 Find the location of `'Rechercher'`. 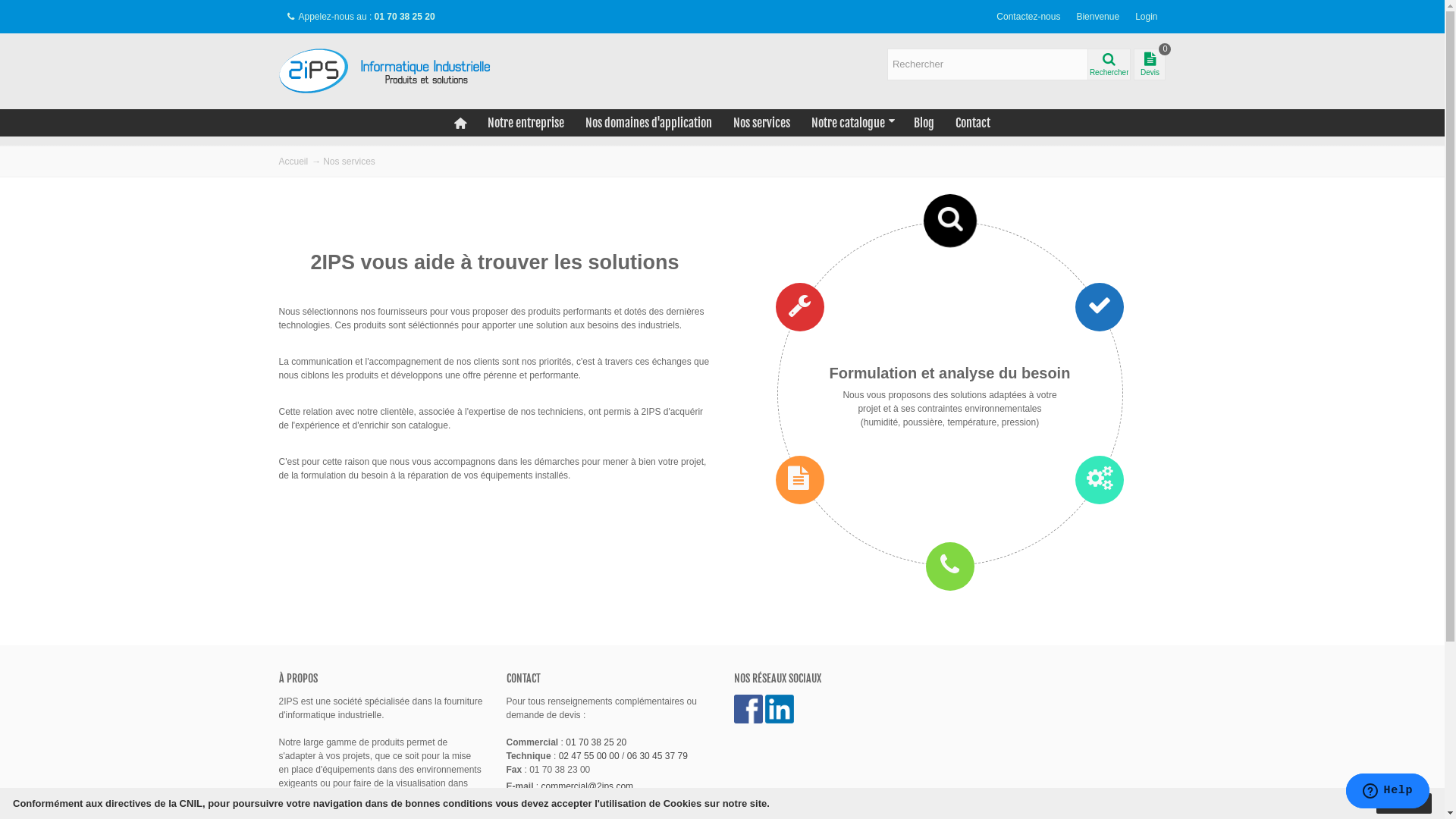

'Rechercher' is located at coordinates (1109, 63).